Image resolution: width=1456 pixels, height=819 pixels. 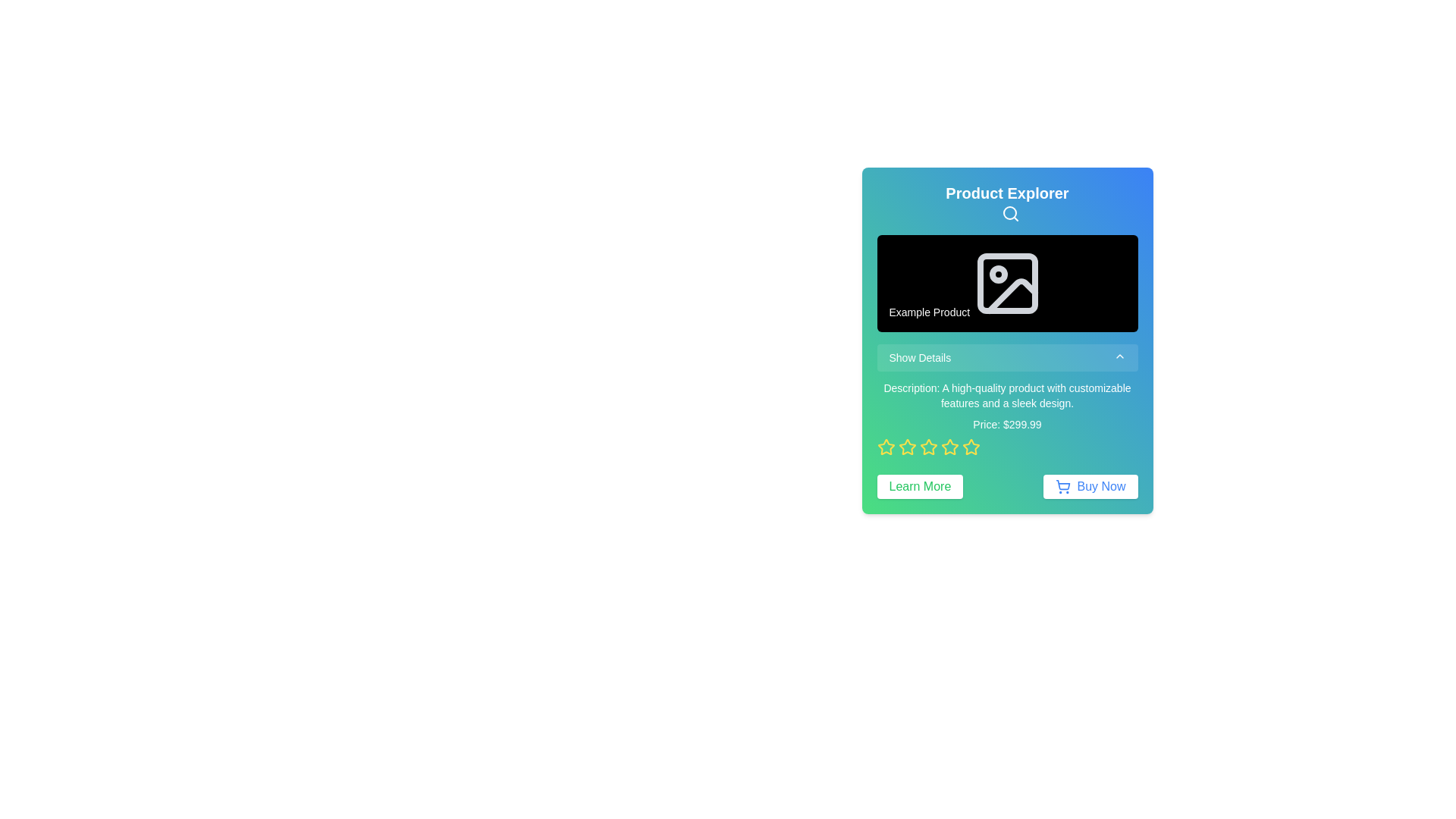 What do you see at coordinates (1007, 202) in the screenshot?
I see `the Header with a magnifying glass icon that serves as the title for the product exploration section, located centrally above the 'Example Product' image placeholder` at bounding box center [1007, 202].